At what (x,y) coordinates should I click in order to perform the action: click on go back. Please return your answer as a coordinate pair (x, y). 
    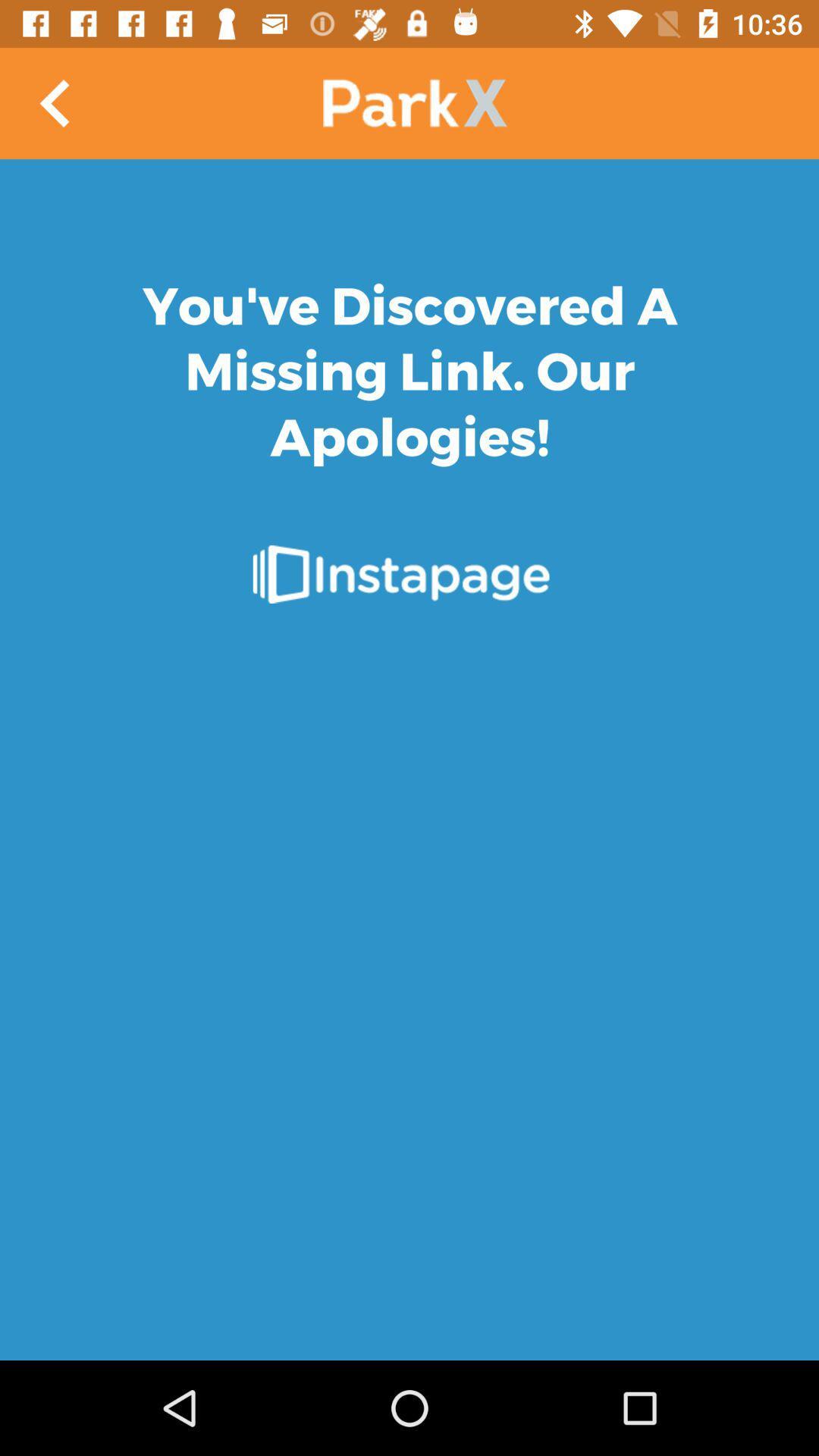
    Looking at the image, I should click on (55, 102).